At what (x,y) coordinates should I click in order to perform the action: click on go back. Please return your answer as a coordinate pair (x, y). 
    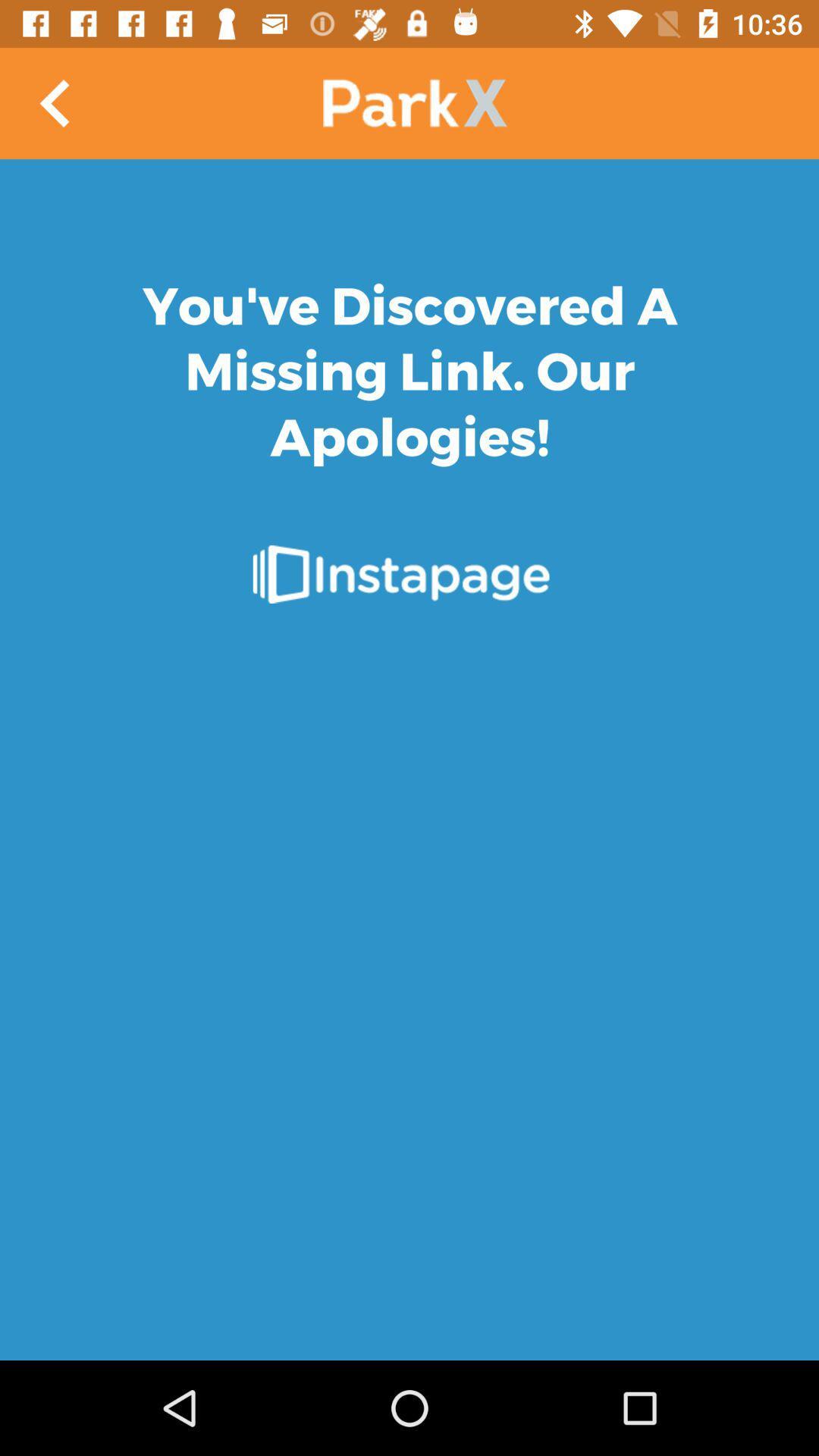
    Looking at the image, I should click on (55, 102).